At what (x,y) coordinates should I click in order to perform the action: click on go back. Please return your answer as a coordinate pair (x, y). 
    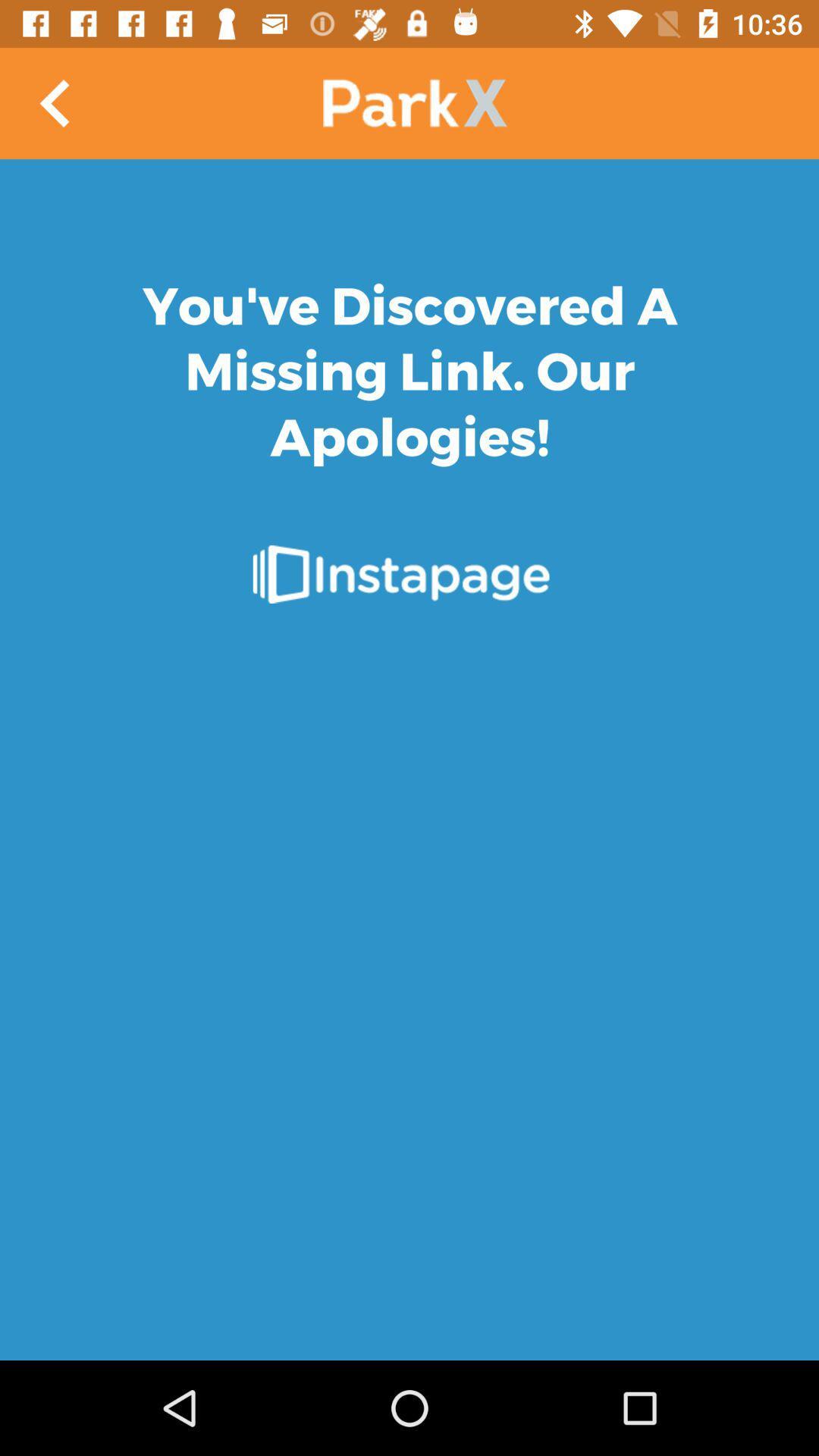
    Looking at the image, I should click on (55, 102).